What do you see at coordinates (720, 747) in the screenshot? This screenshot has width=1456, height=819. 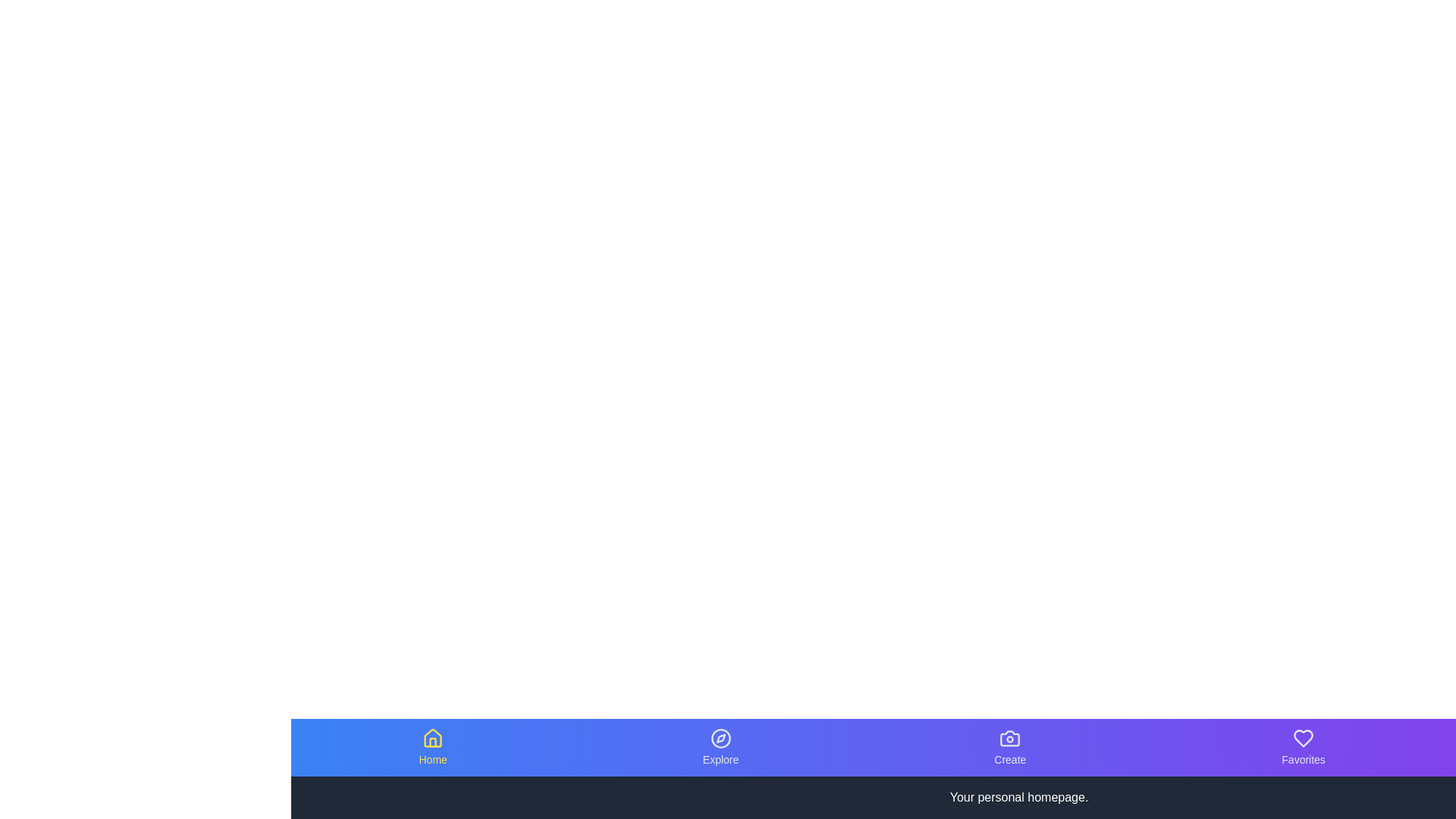 I see `the Explore tab in the bottom navigation bar` at bounding box center [720, 747].